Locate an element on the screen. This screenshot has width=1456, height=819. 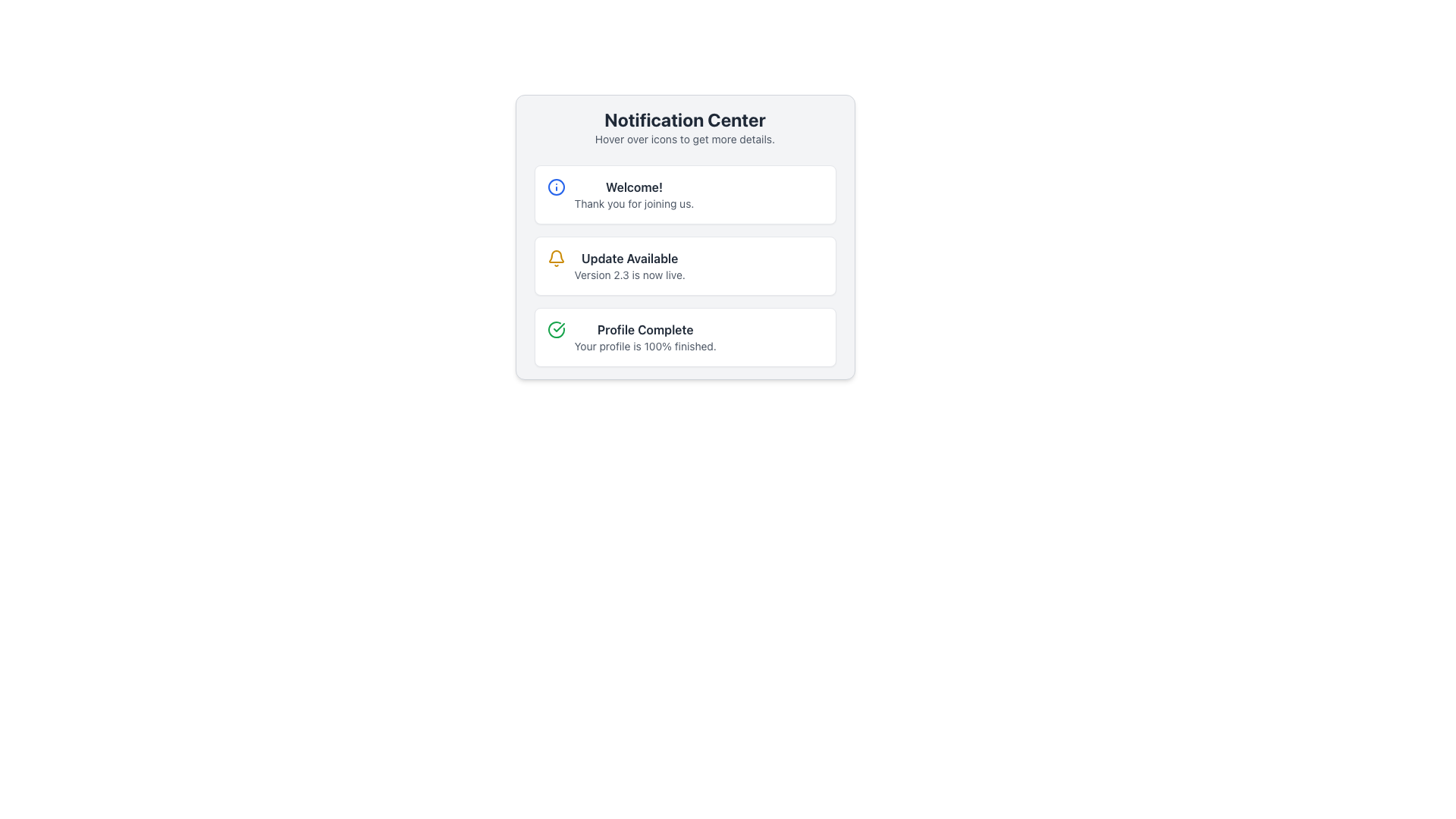
the Text Display element in the third notification card of the Notification Center that confirms the user's profile is completely set up is located at coordinates (645, 336).